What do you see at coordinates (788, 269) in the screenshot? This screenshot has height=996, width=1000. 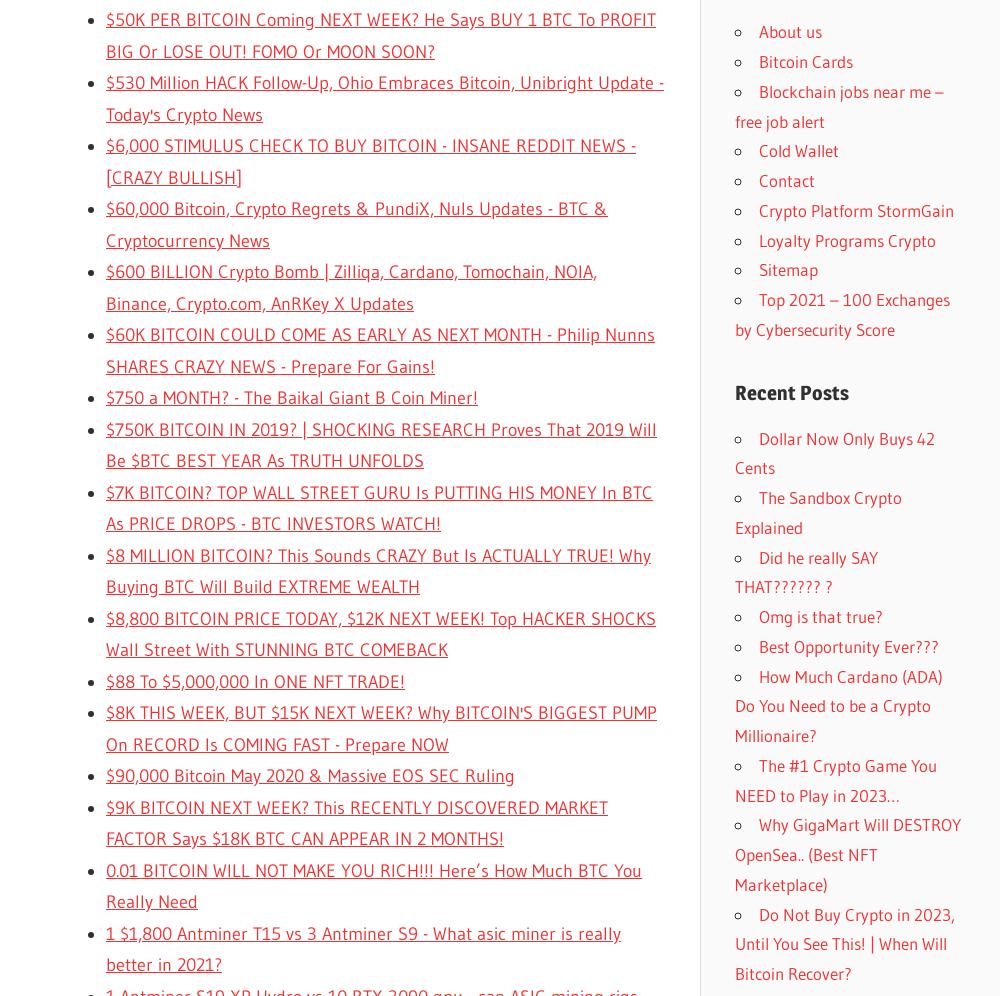 I see `'Sitemap'` at bounding box center [788, 269].